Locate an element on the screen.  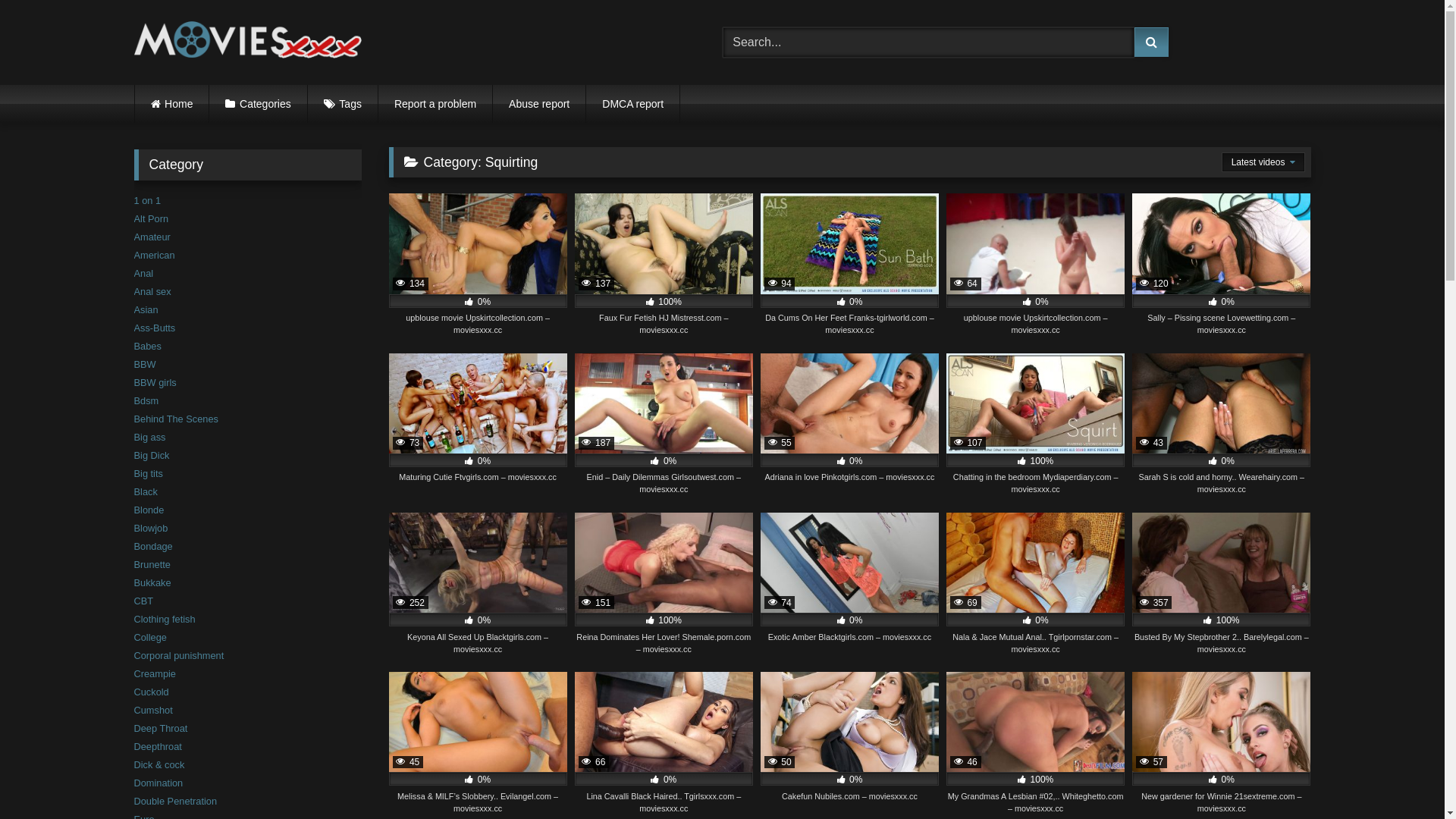
'Clothing fetish' is located at coordinates (133, 619).